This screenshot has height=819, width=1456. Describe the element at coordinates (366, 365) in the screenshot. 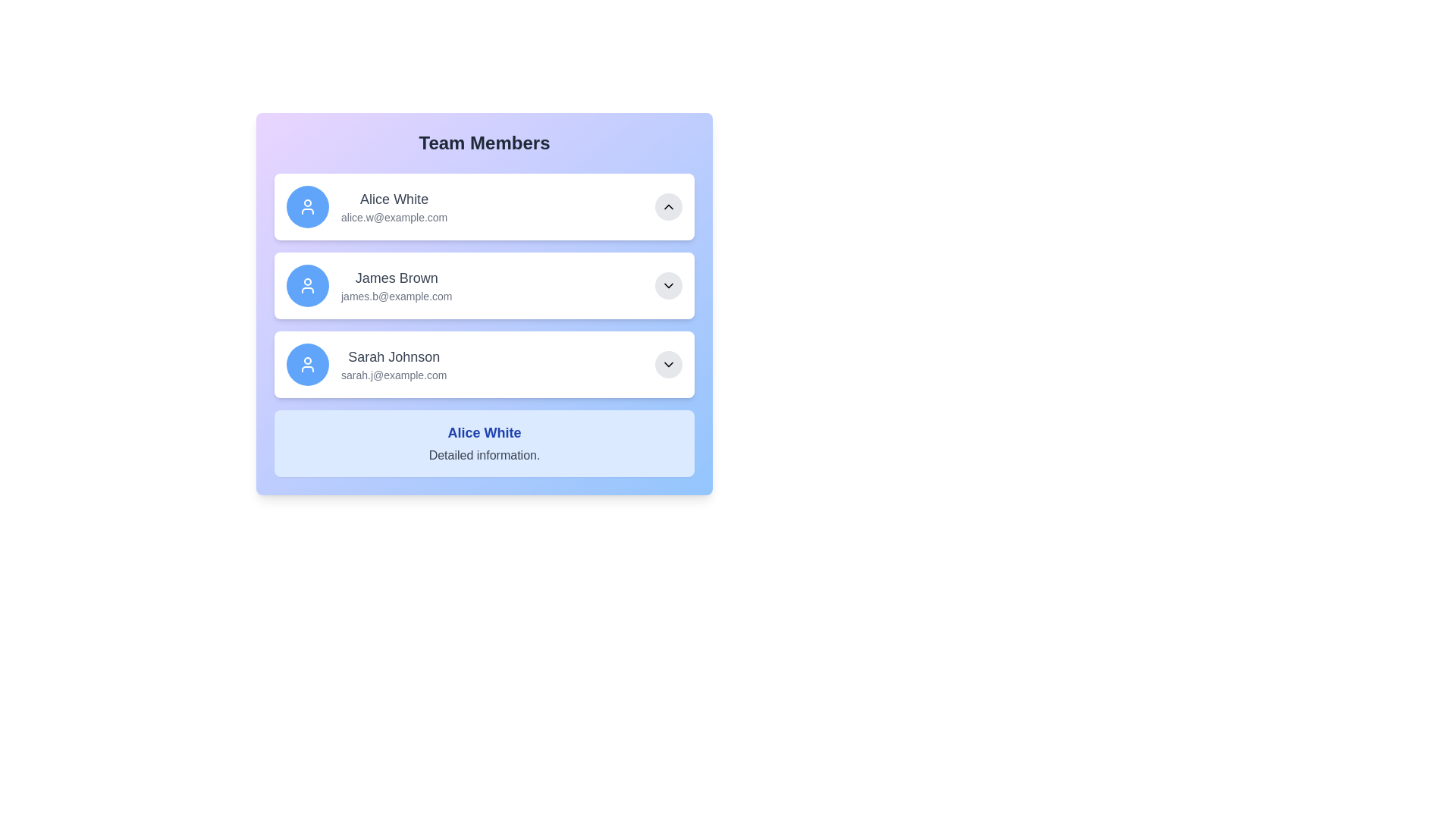

I see `the Profile List Item displaying the profile information of Sarah Johnson, which is the third item under the 'Team Members' header` at that location.